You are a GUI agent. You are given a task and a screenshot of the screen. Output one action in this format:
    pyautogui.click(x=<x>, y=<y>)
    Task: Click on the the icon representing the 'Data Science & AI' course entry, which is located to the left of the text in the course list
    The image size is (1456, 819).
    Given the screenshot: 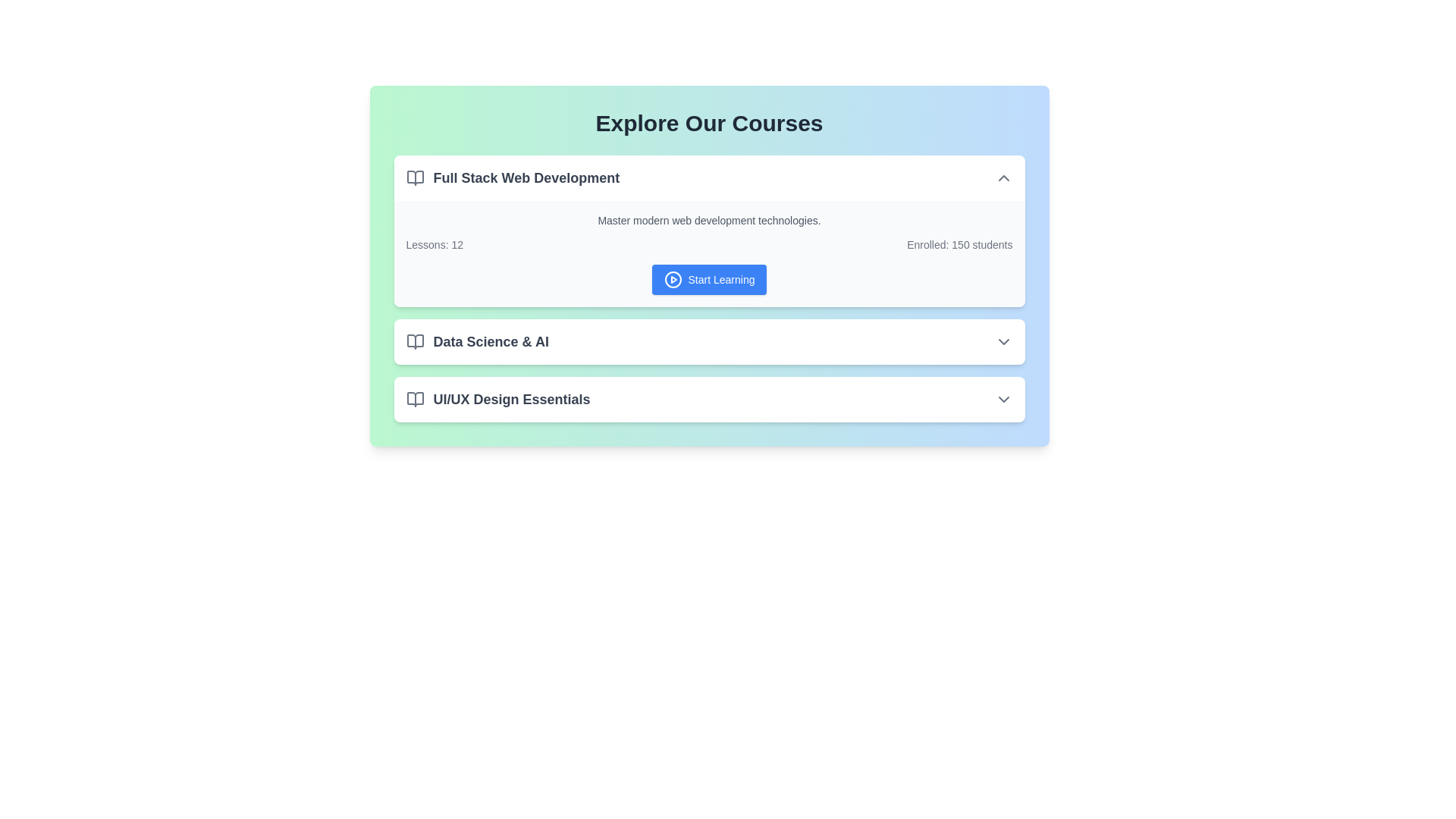 What is the action you would take?
    pyautogui.click(x=415, y=342)
    